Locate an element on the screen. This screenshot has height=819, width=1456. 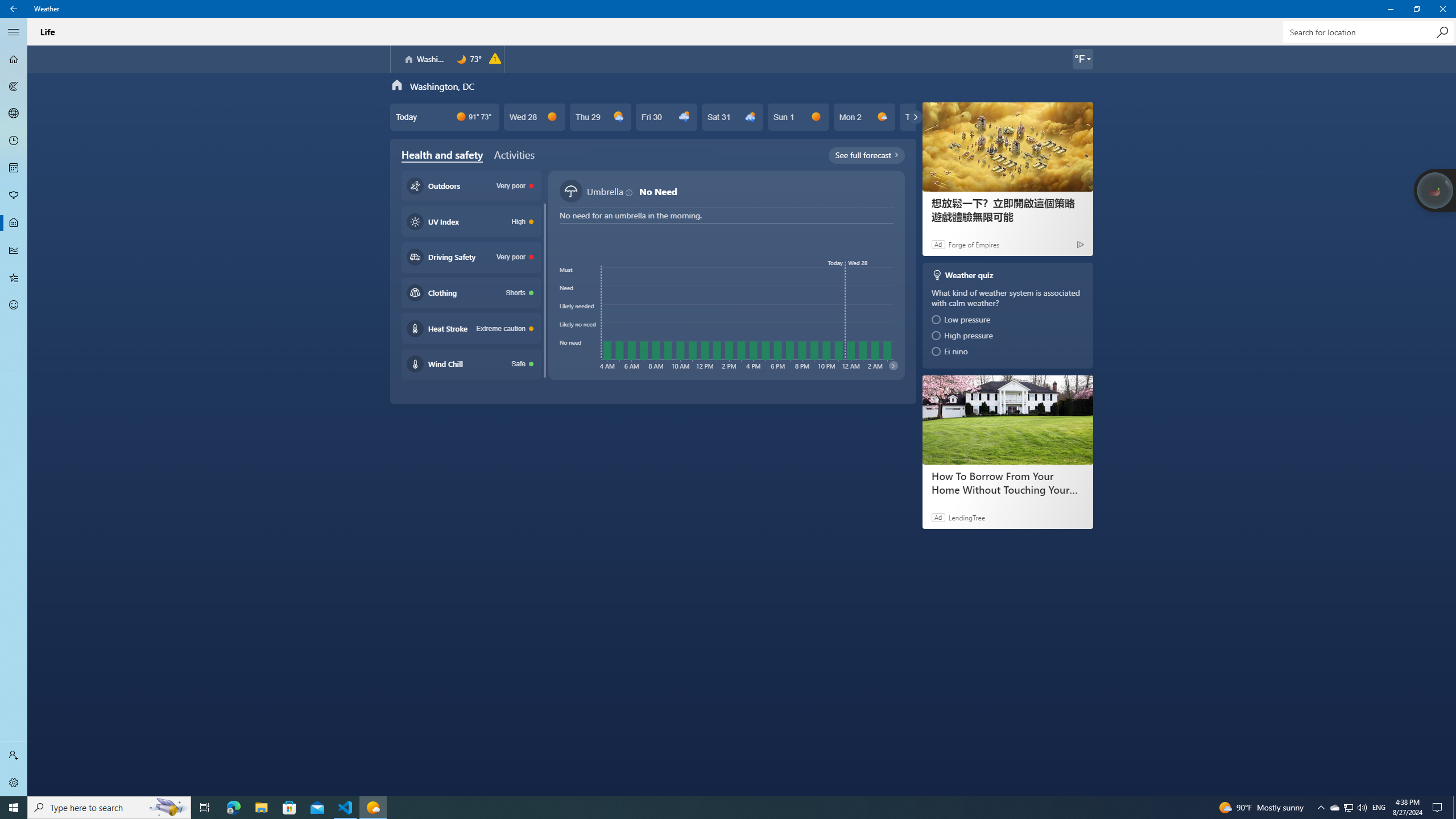
'Weather - 1 running window' is located at coordinates (373, 806).